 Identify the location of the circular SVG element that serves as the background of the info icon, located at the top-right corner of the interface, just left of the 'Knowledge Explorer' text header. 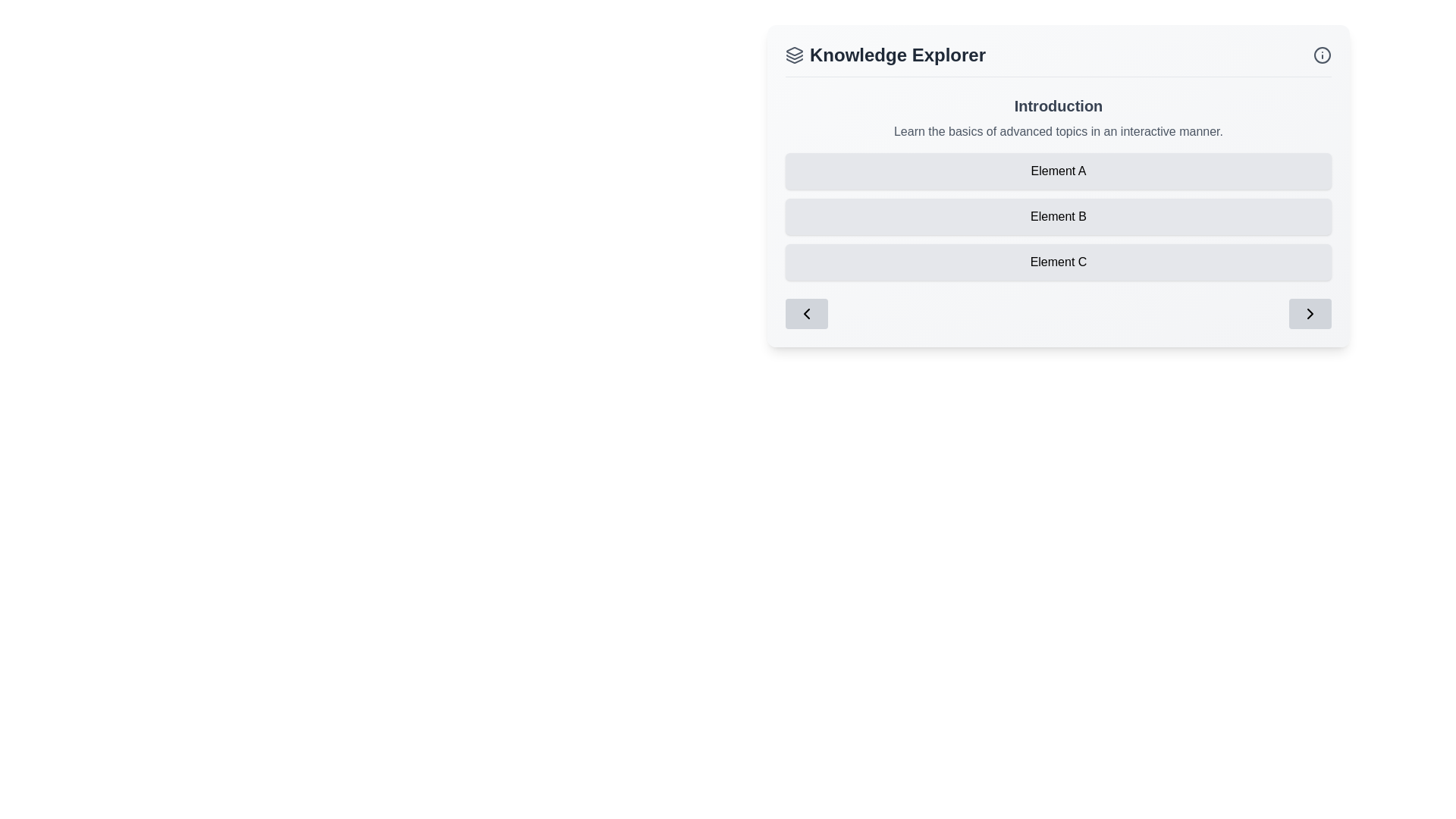
(1321, 55).